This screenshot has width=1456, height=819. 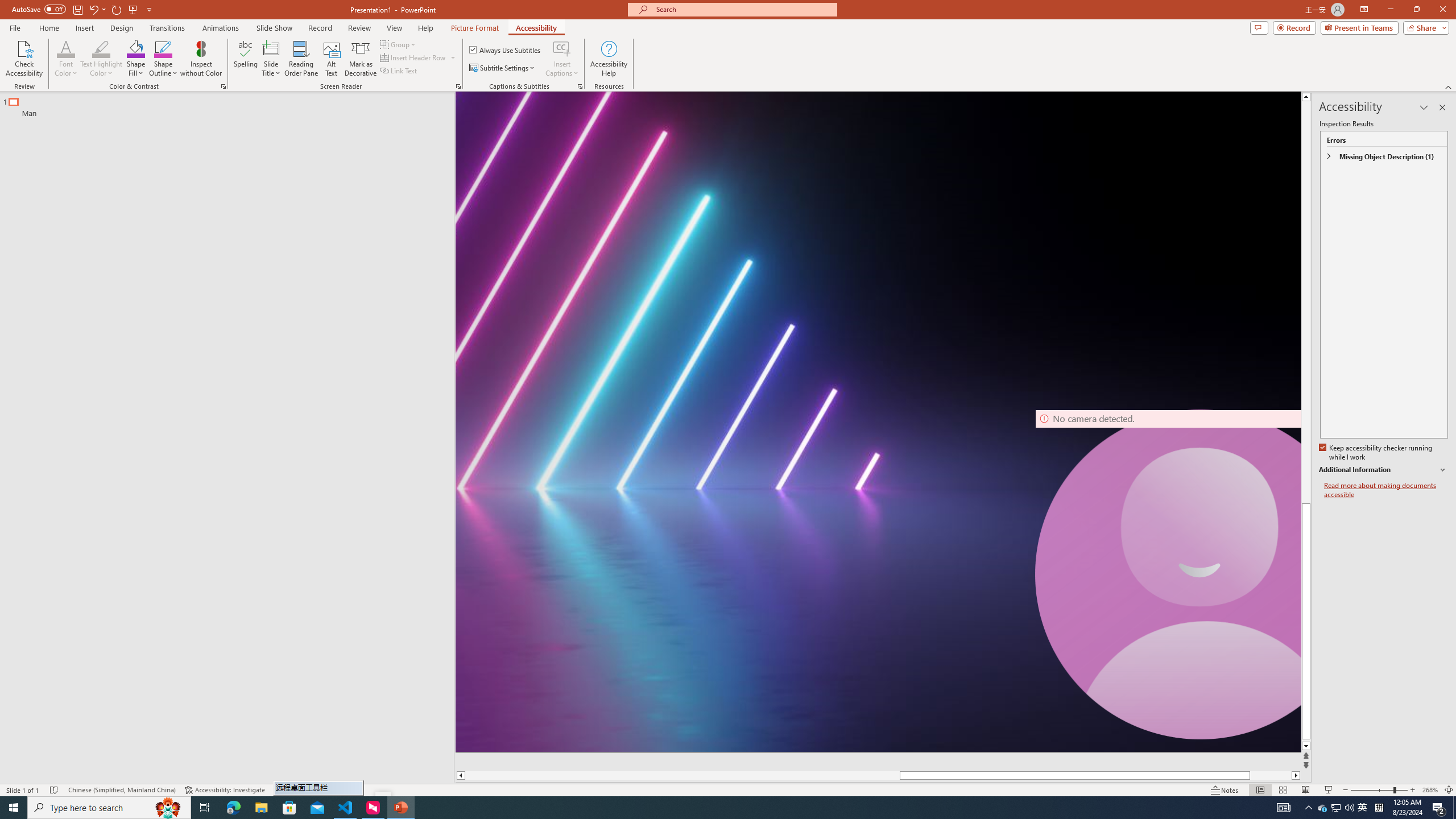 I want to click on 'System', so click(x=6, y=5).